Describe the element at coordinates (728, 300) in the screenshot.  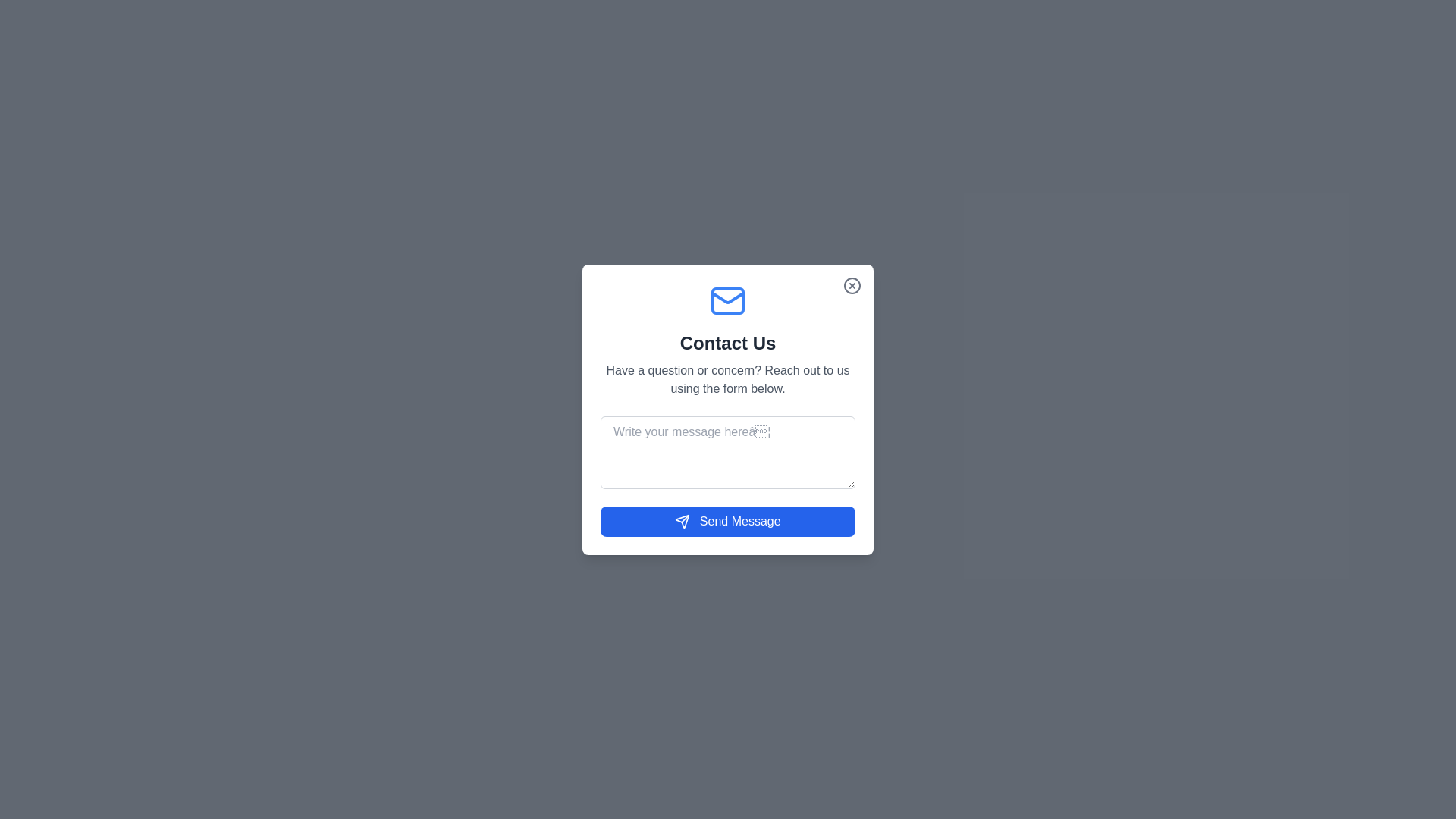
I see `the email icon to interact with it` at that location.